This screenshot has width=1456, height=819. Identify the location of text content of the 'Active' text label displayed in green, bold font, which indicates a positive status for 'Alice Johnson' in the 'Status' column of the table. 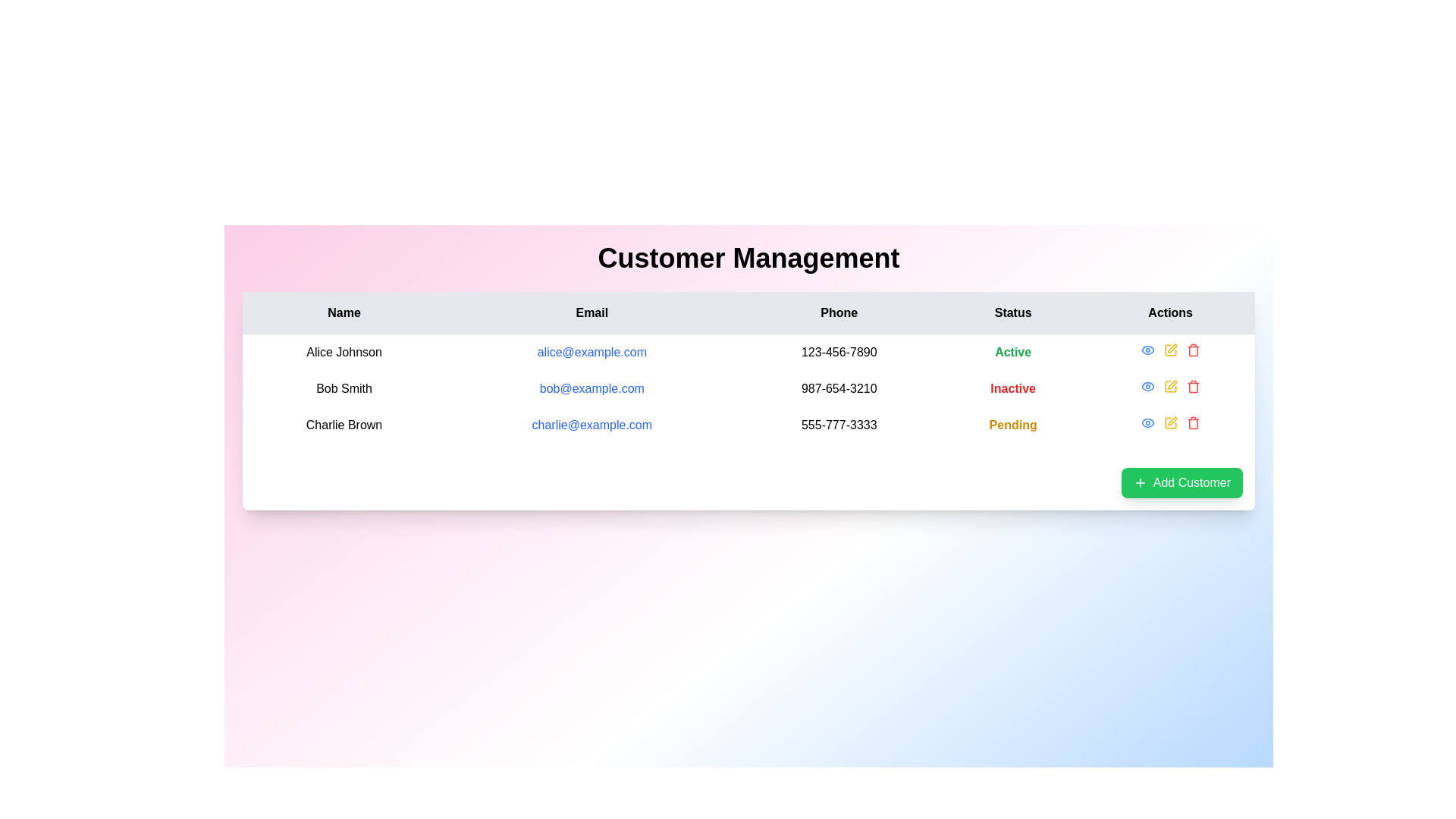
(1013, 353).